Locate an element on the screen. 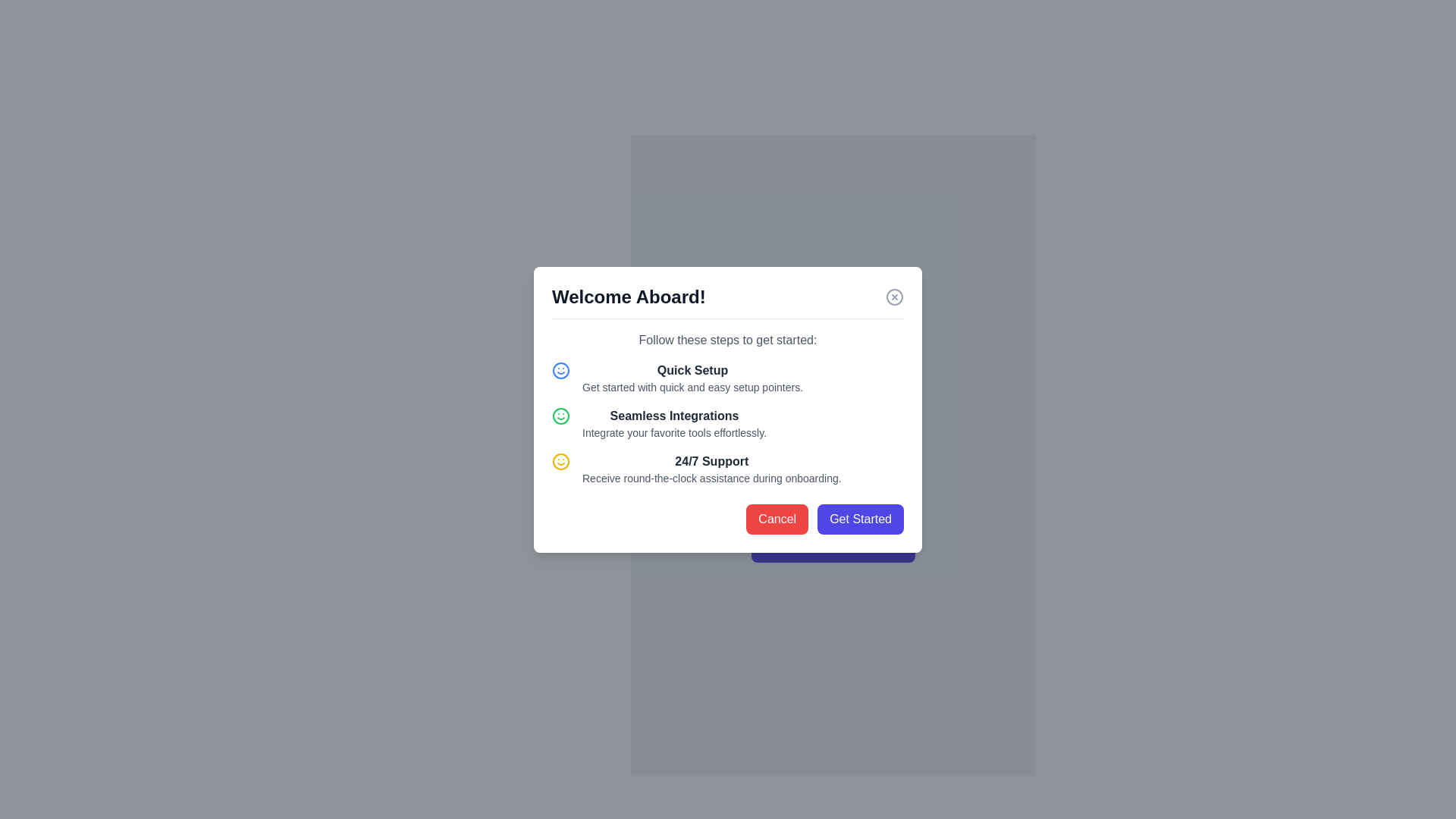 This screenshot has width=1456, height=819. the third informational list item regarding '24/7 Support' feature in the modal dialog box is located at coordinates (728, 468).